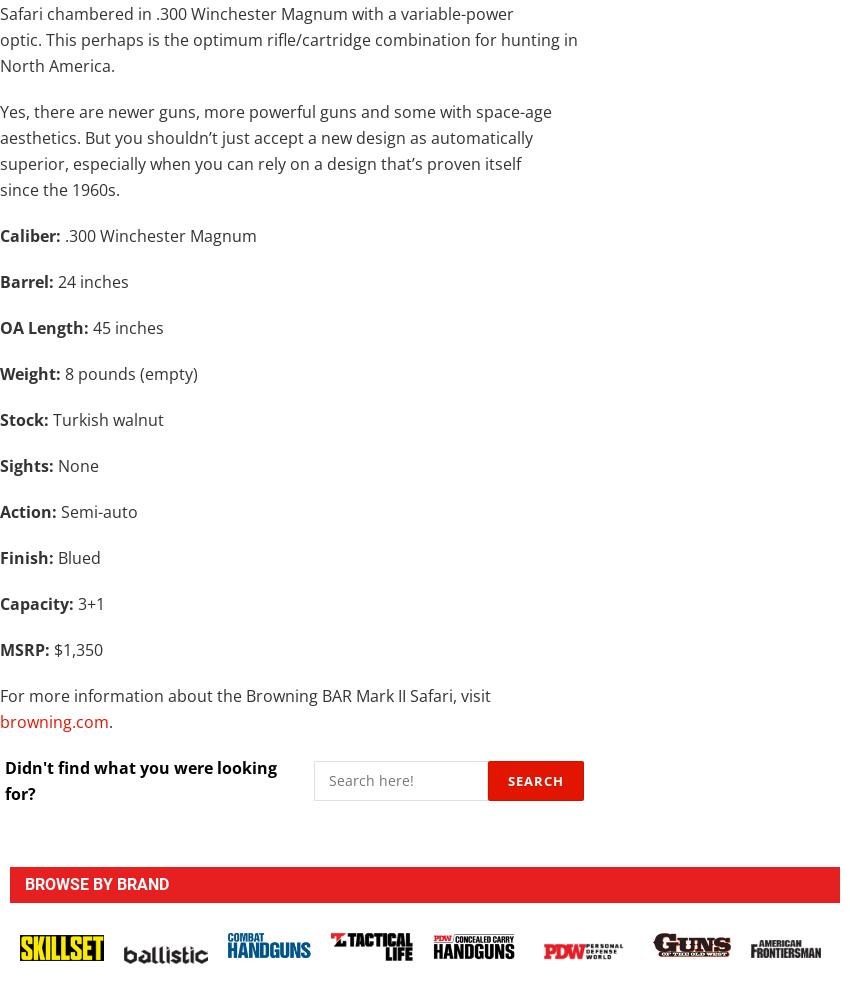 This screenshot has height=981, width=850. I want to click on 'Caliber:', so click(0, 234).